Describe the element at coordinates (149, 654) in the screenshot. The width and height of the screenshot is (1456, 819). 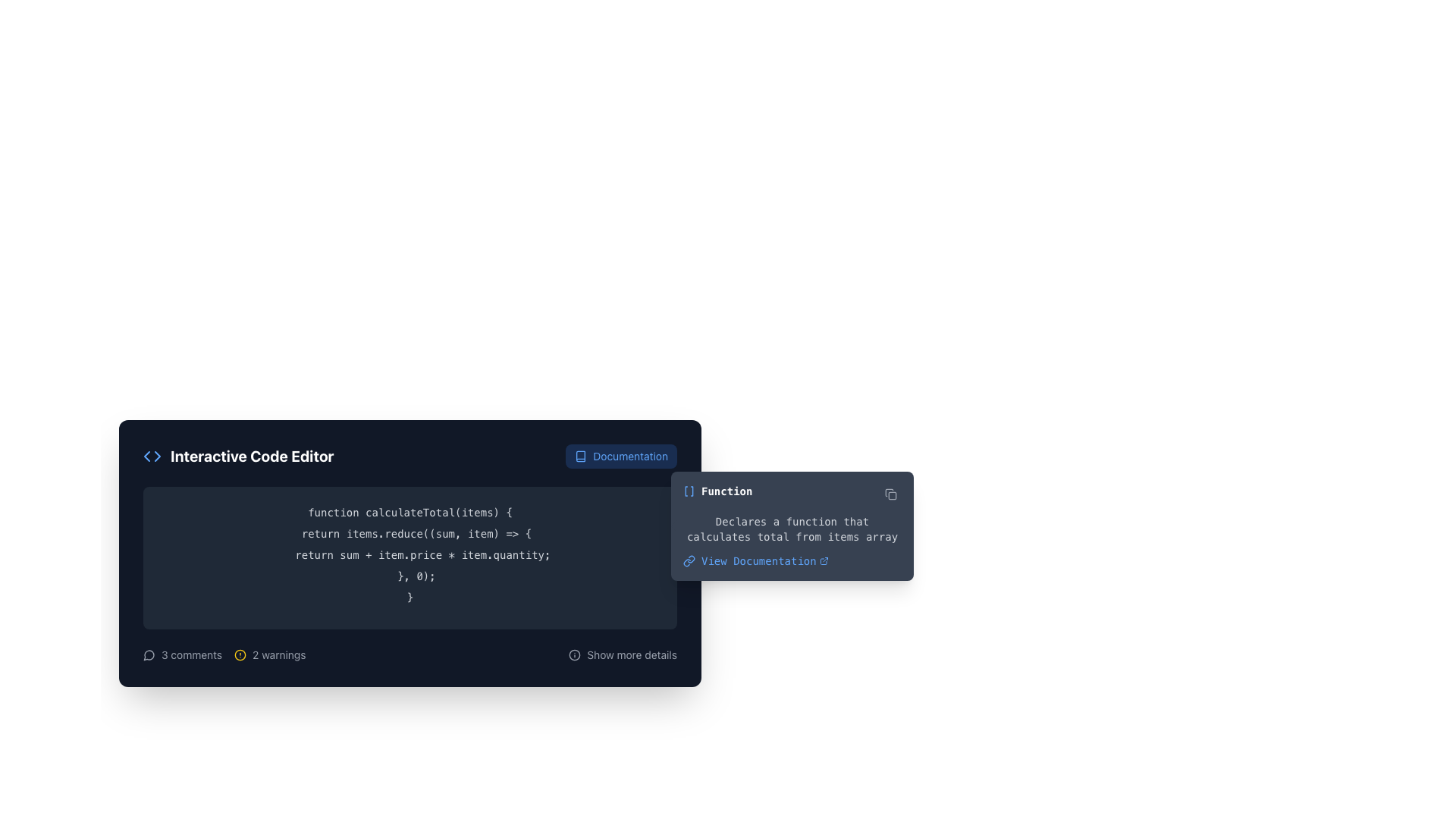
I see `the speech bubble icon located in the bottom-left region of the interactive code editor area, which represents comments or messages` at that location.